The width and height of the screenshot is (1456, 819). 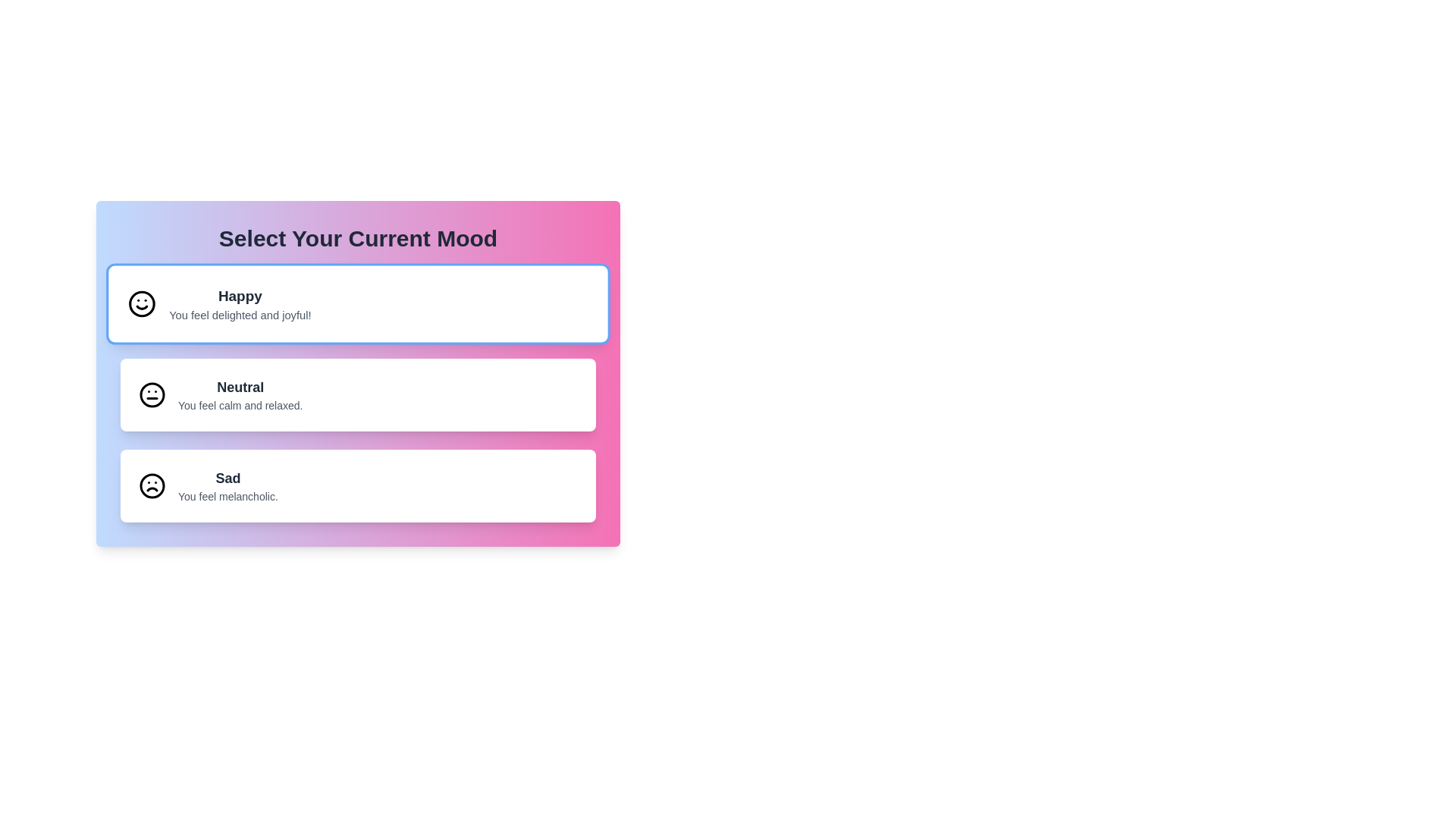 I want to click on the 'Sad' mood text description group located in the third block of options, which is centered horizontally and positioned towards the bottom, so click(x=227, y=485).